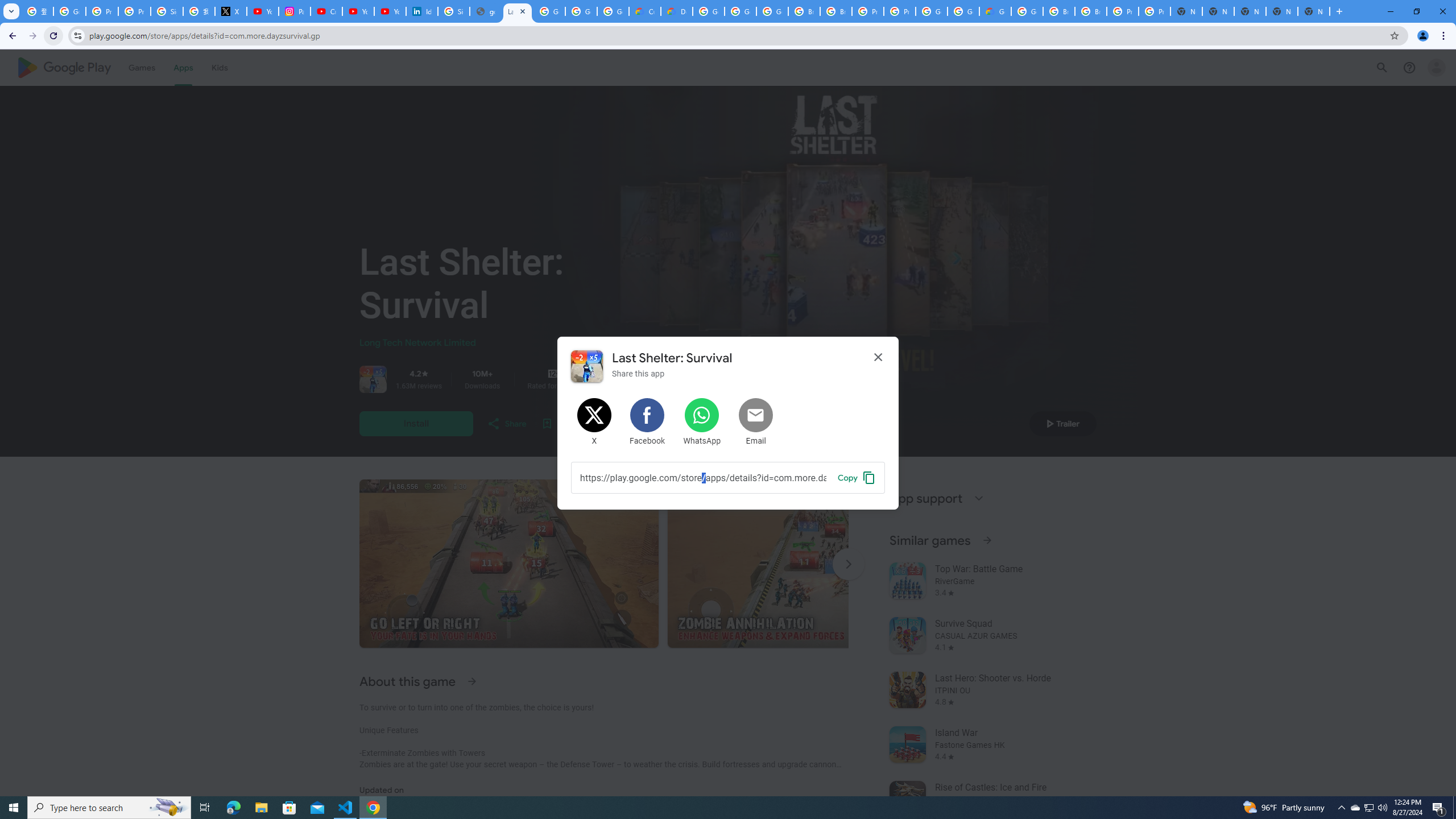 The width and height of the screenshot is (1456, 819). What do you see at coordinates (581, 11) in the screenshot?
I see `'Google Workspace - Specific Terms'` at bounding box center [581, 11].